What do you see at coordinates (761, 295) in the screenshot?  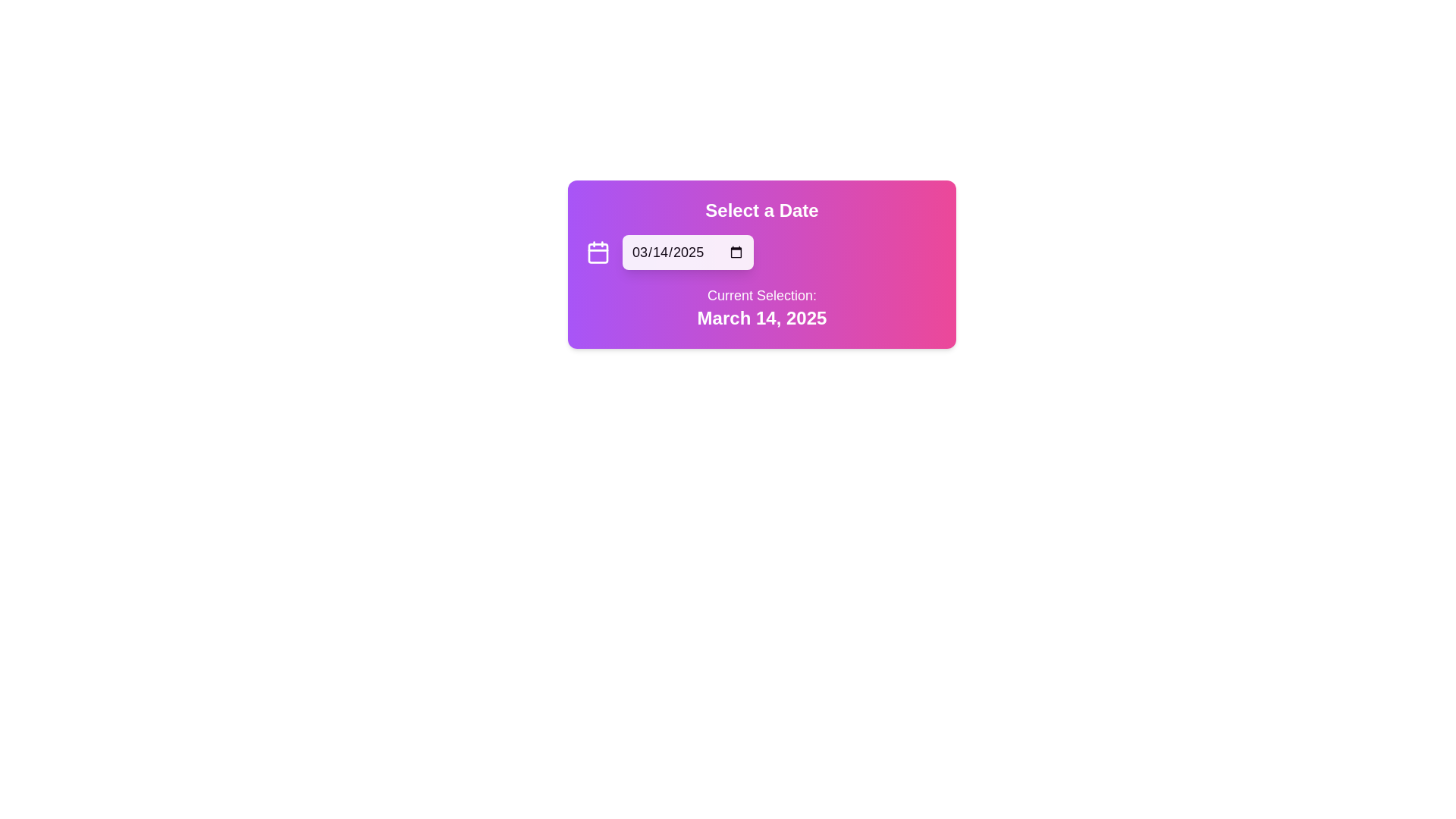 I see `the static text label that provides context for the selected date, located directly above the date display for March 14, 2025` at bounding box center [761, 295].